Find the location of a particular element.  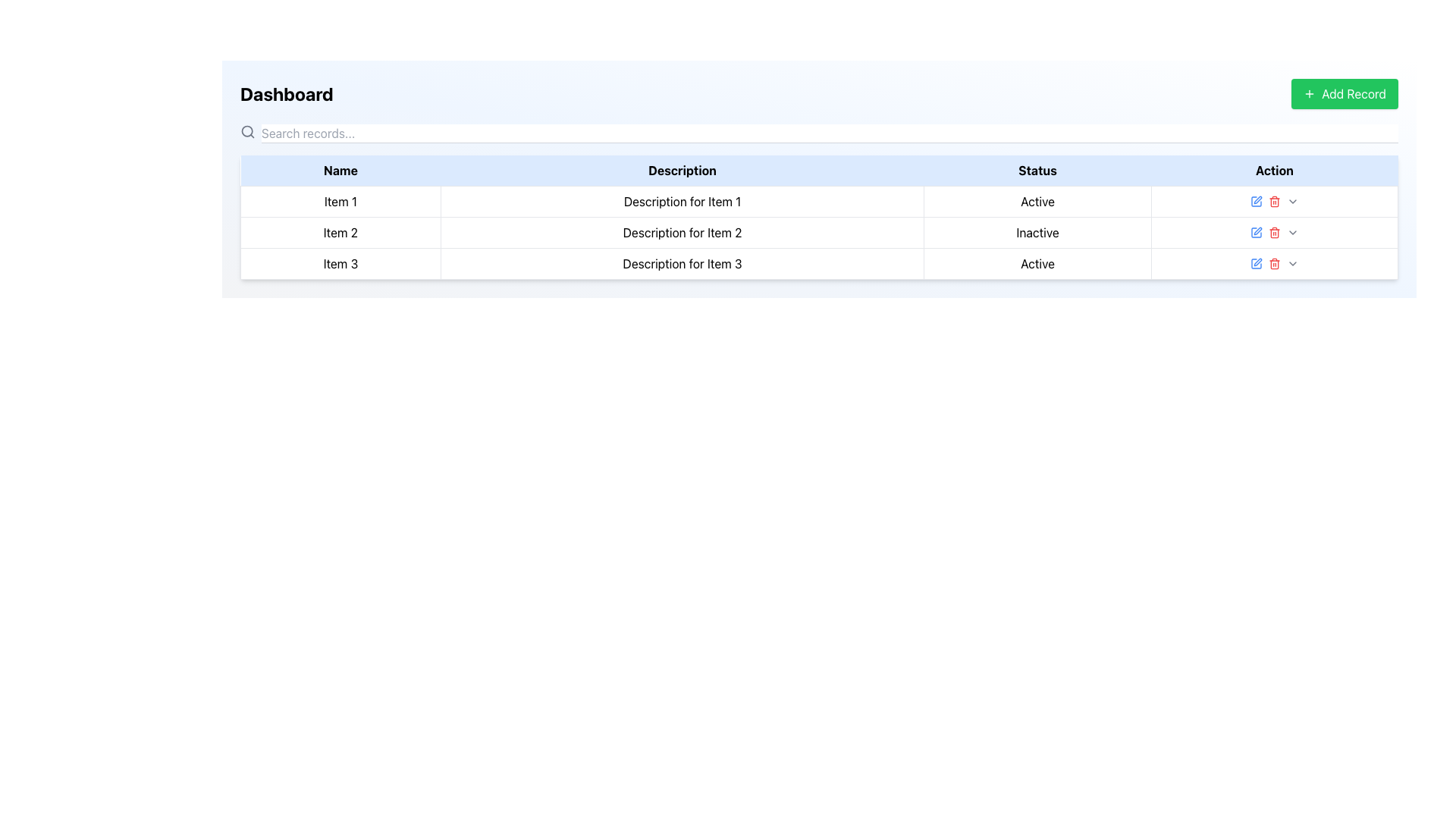

the 'Add Record' button located in the top-right corner of the interface, positioned to the right of the 'Dashboard' text is located at coordinates (1345, 93).